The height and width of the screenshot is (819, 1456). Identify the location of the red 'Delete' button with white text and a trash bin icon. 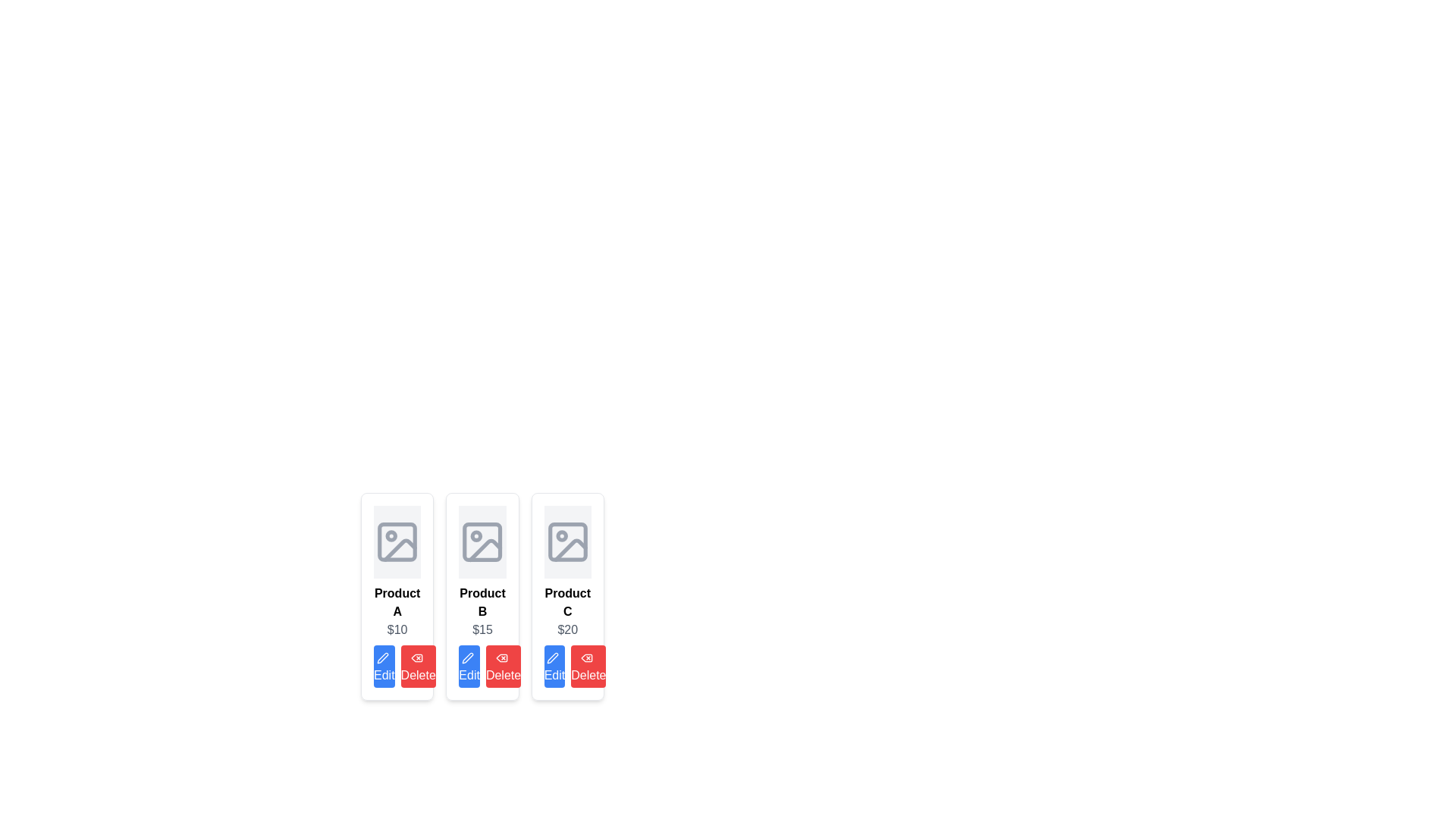
(418, 666).